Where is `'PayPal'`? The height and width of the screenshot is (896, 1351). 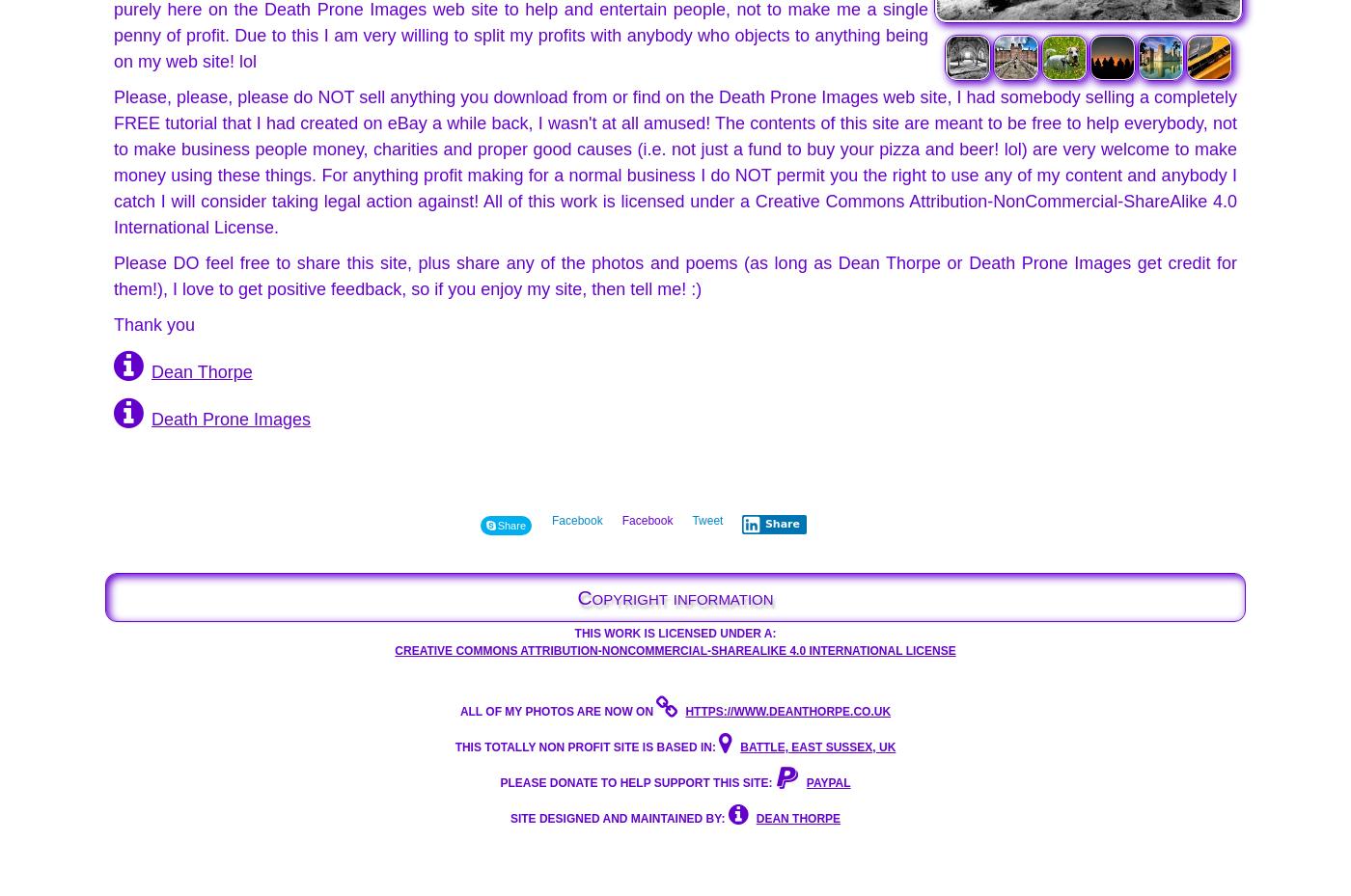 'PayPal' is located at coordinates (828, 782).